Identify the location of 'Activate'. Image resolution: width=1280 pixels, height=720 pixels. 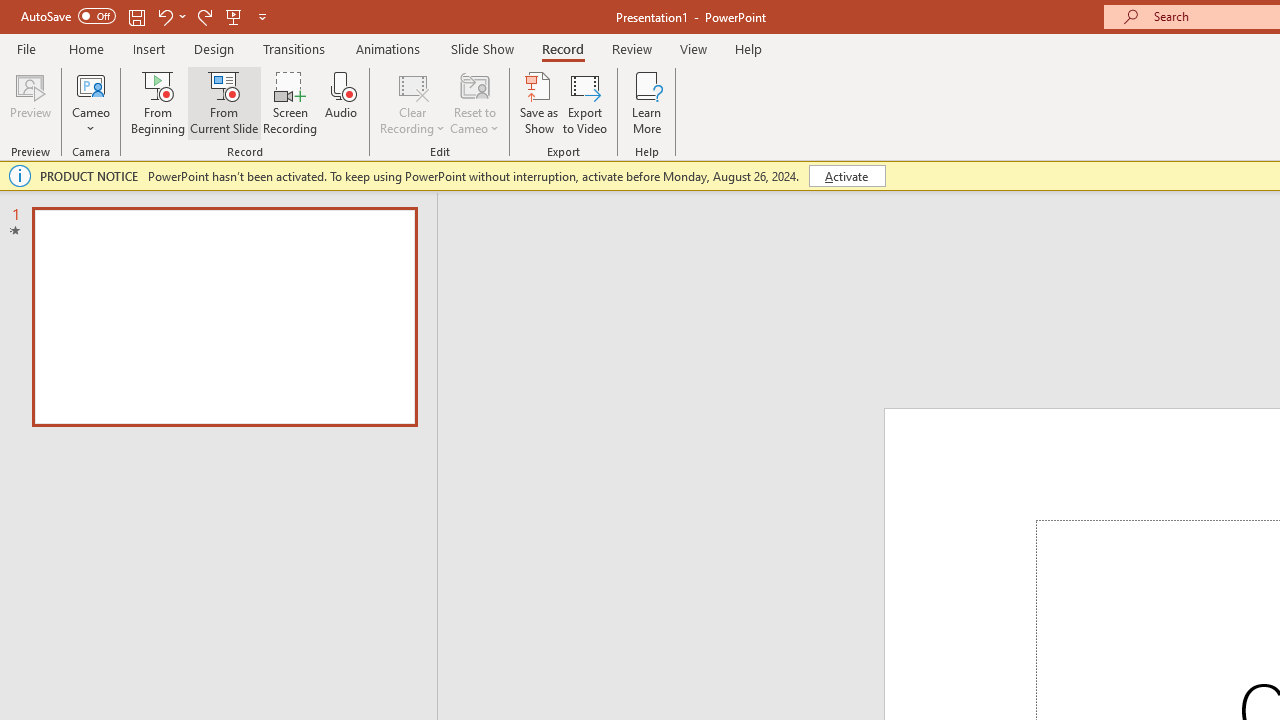
(847, 175).